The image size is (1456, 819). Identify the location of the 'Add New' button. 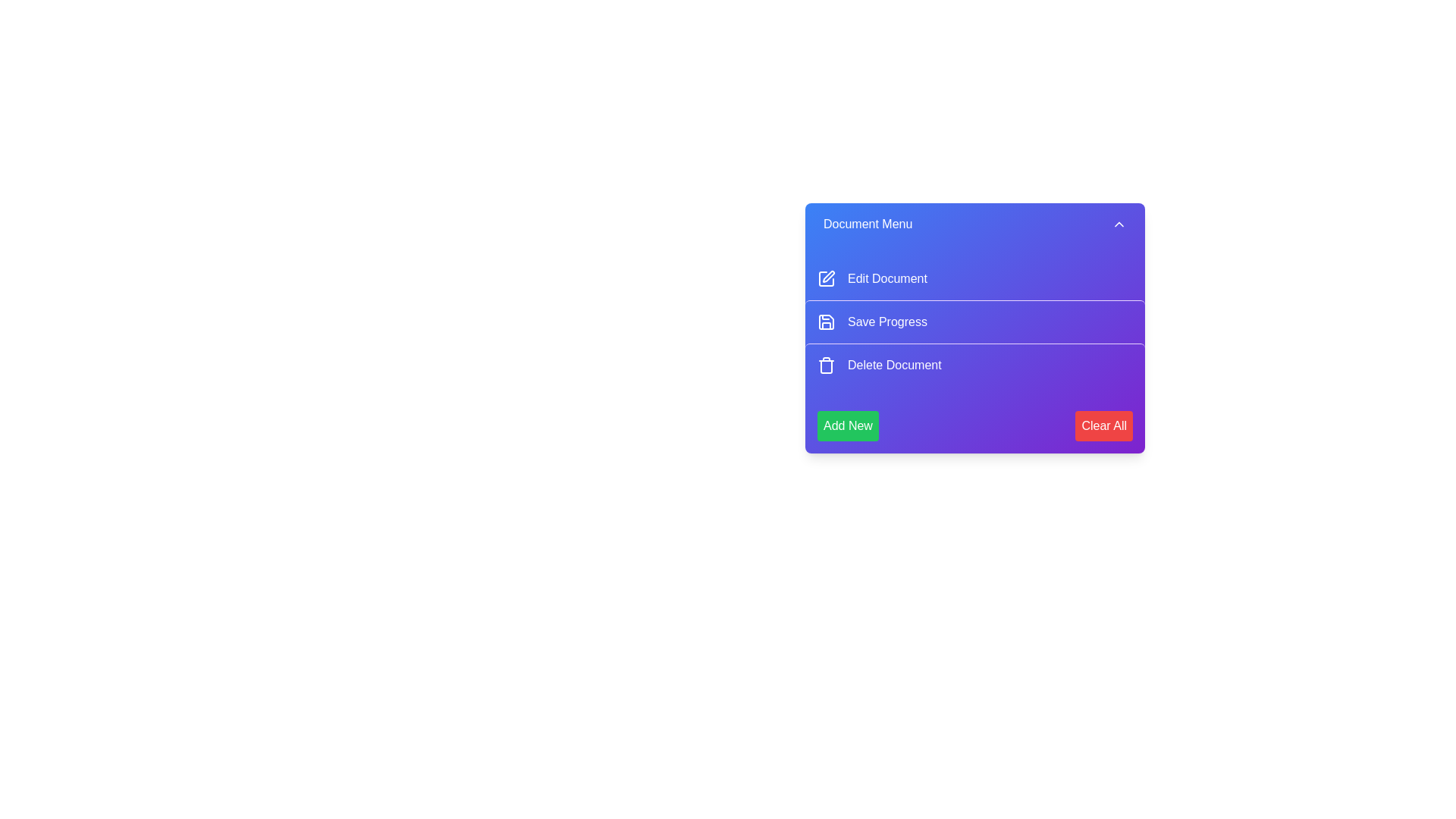
(847, 426).